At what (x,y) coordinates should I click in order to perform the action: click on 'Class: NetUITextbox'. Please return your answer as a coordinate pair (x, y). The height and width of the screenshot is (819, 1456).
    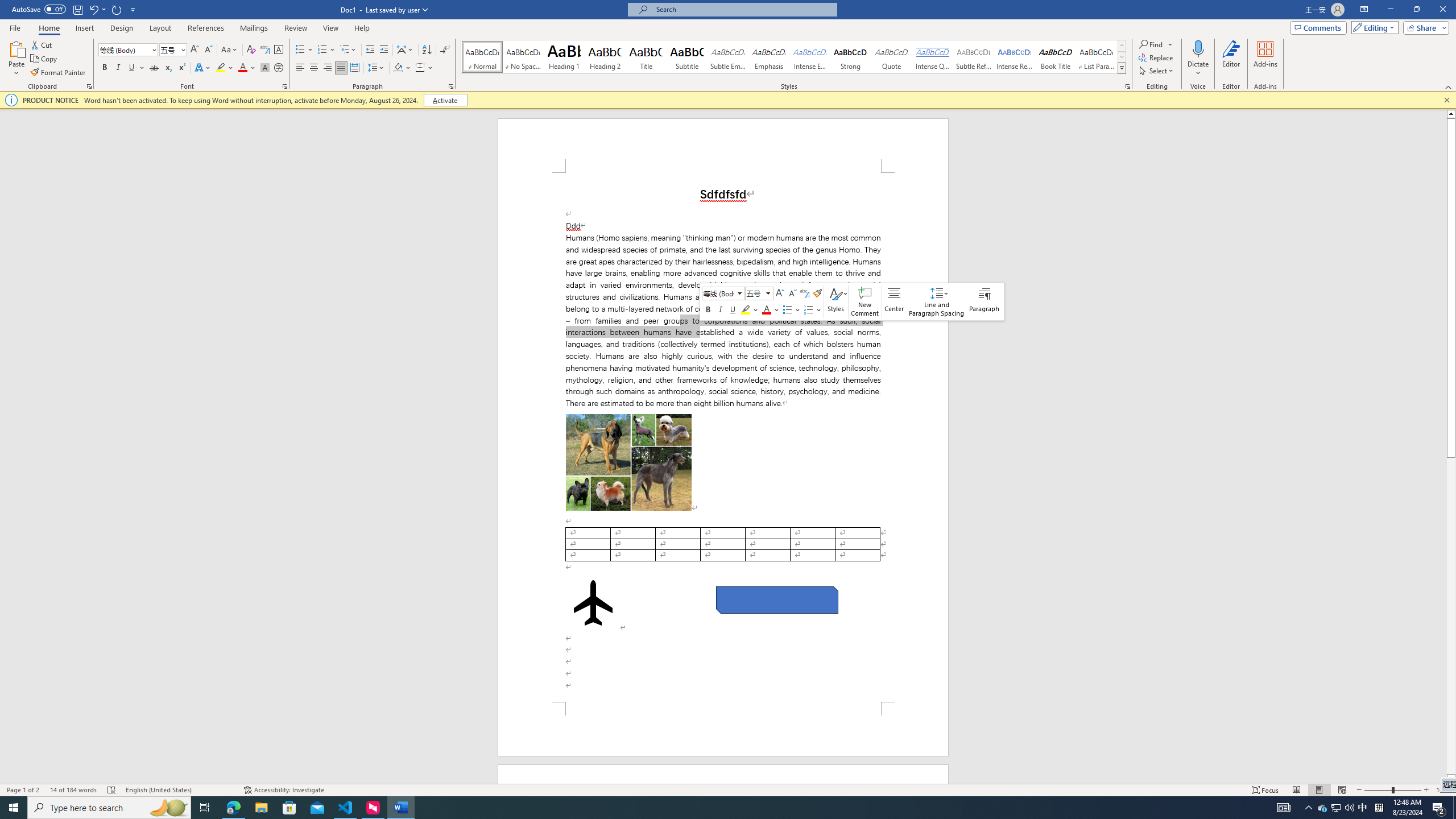
    Looking at the image, I should click on (754, 292).